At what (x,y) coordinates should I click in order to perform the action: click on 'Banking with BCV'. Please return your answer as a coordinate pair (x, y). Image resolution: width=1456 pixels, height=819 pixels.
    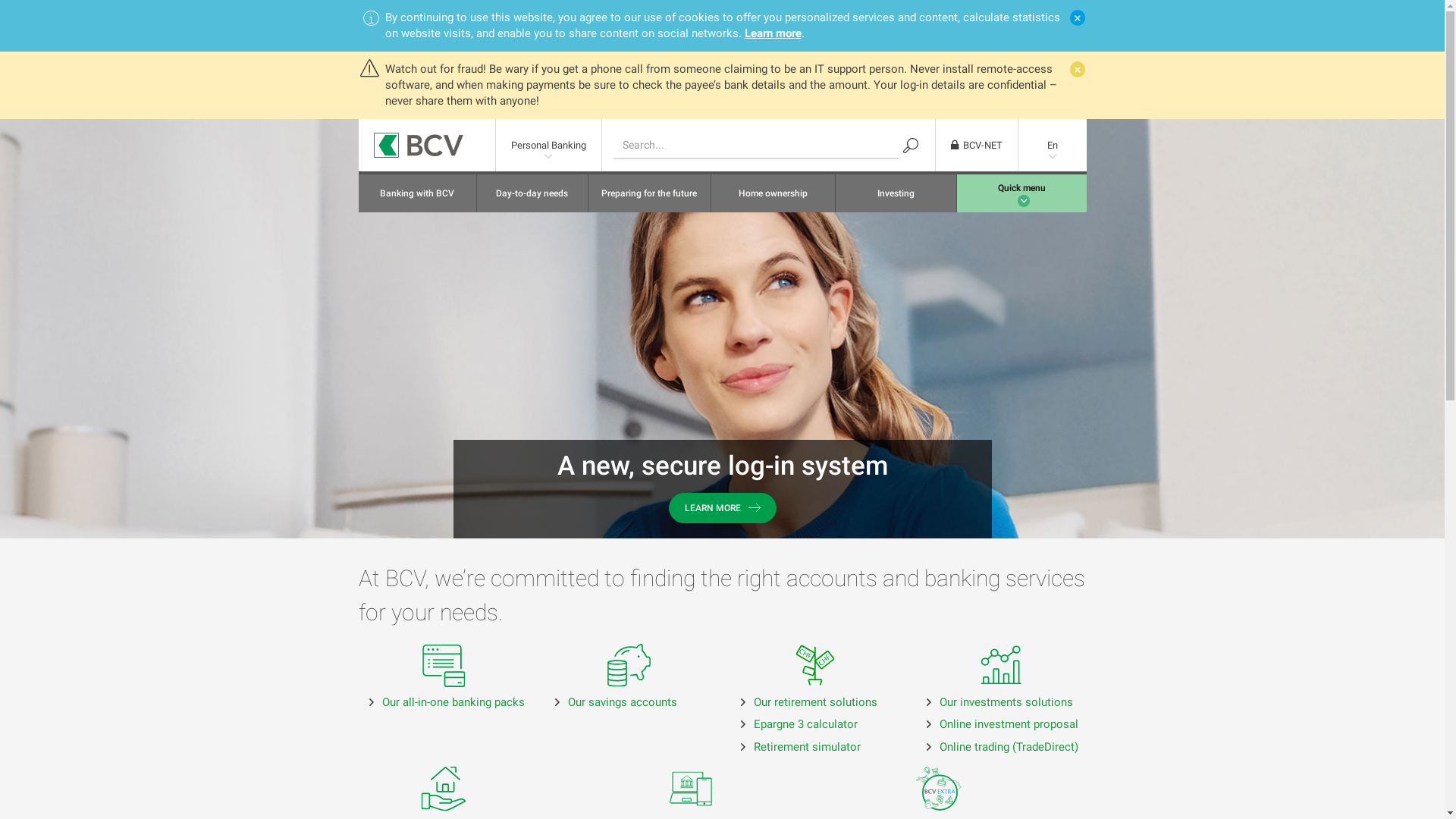
    Looking at the image, I should click on (416, 192).